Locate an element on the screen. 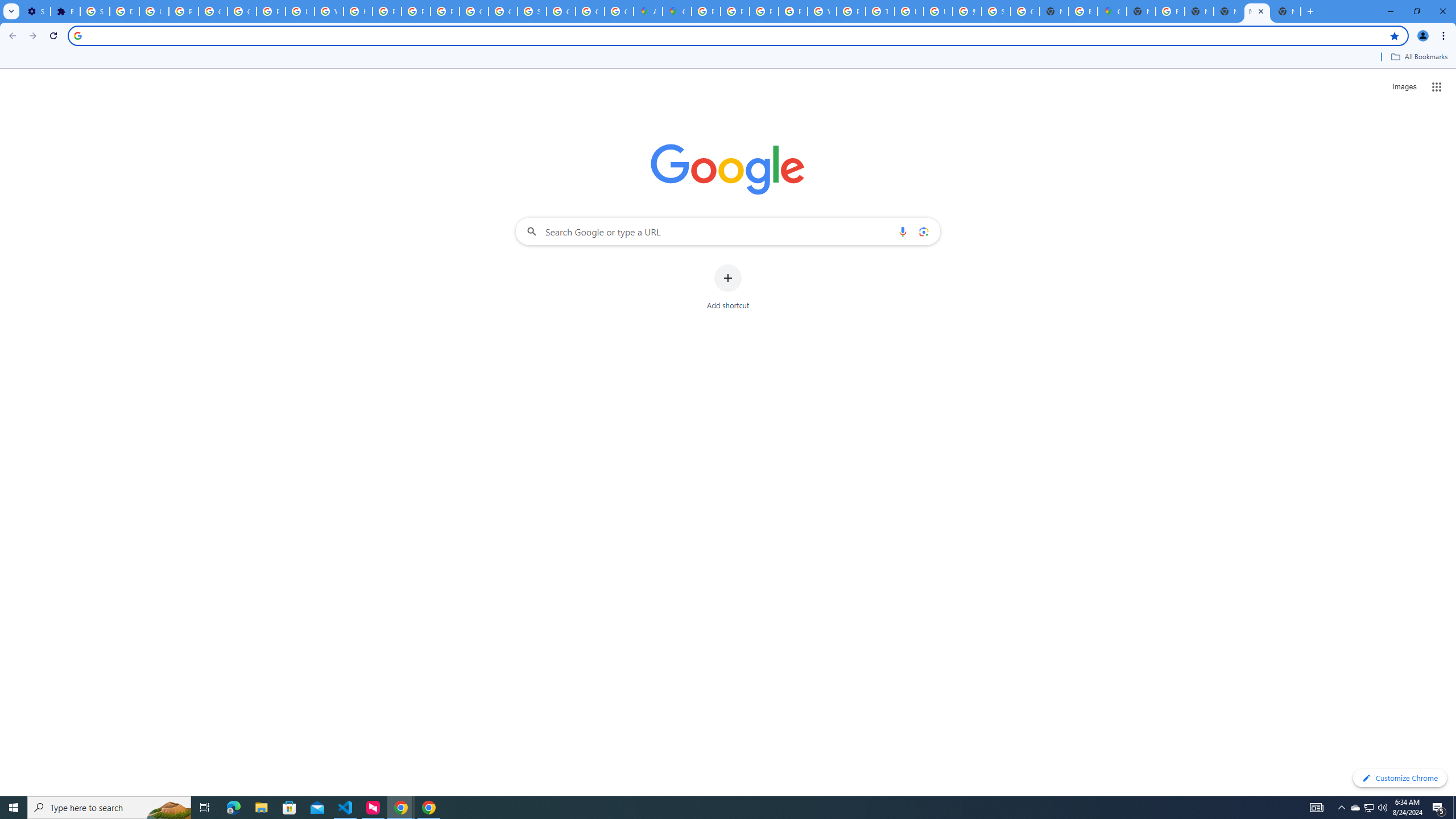  'Settings - On startup' is located at coordinates (35, 11).